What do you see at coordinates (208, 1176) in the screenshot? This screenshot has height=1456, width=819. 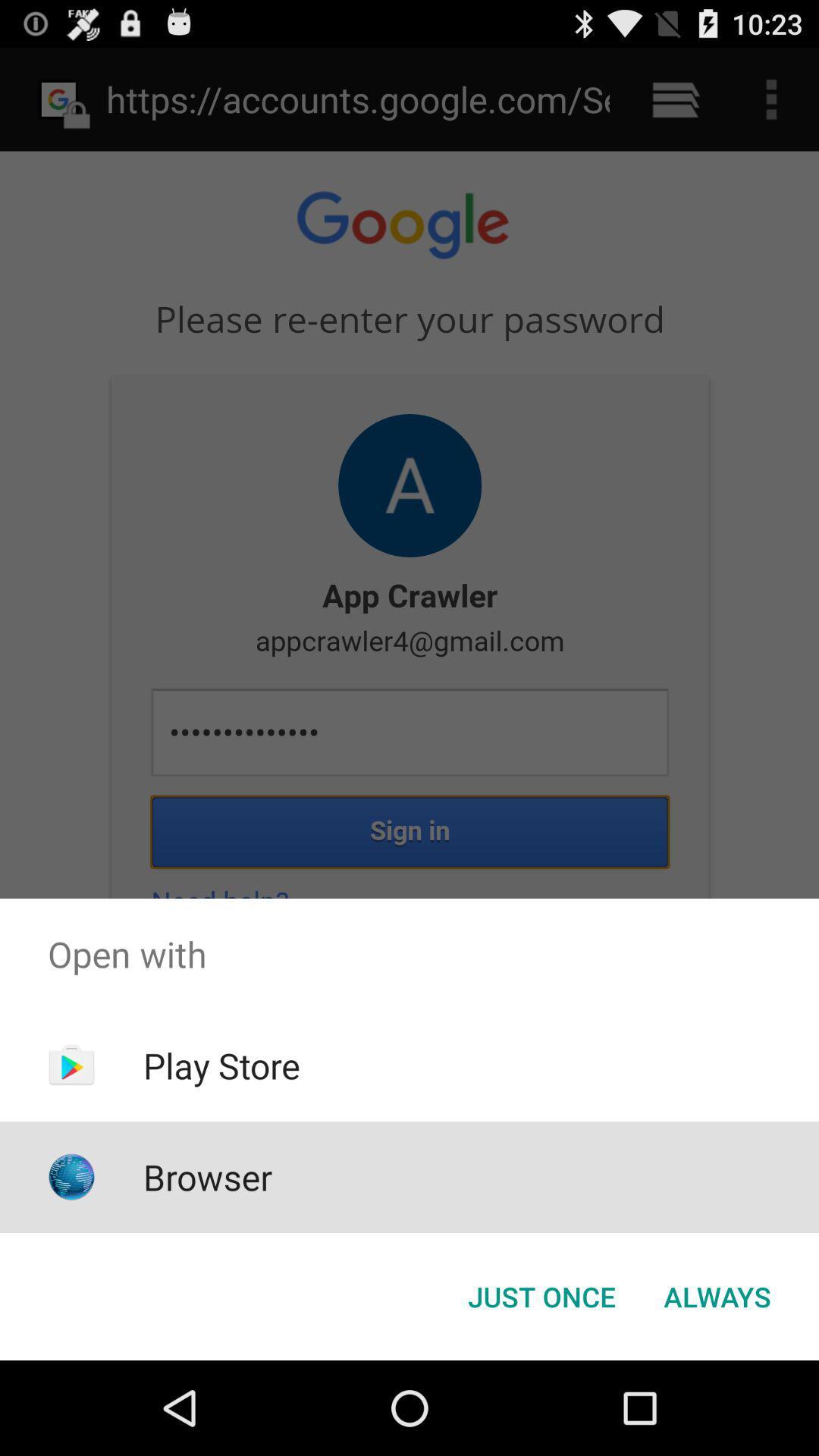 I see `the browser` at bounding box center [208, 1176].